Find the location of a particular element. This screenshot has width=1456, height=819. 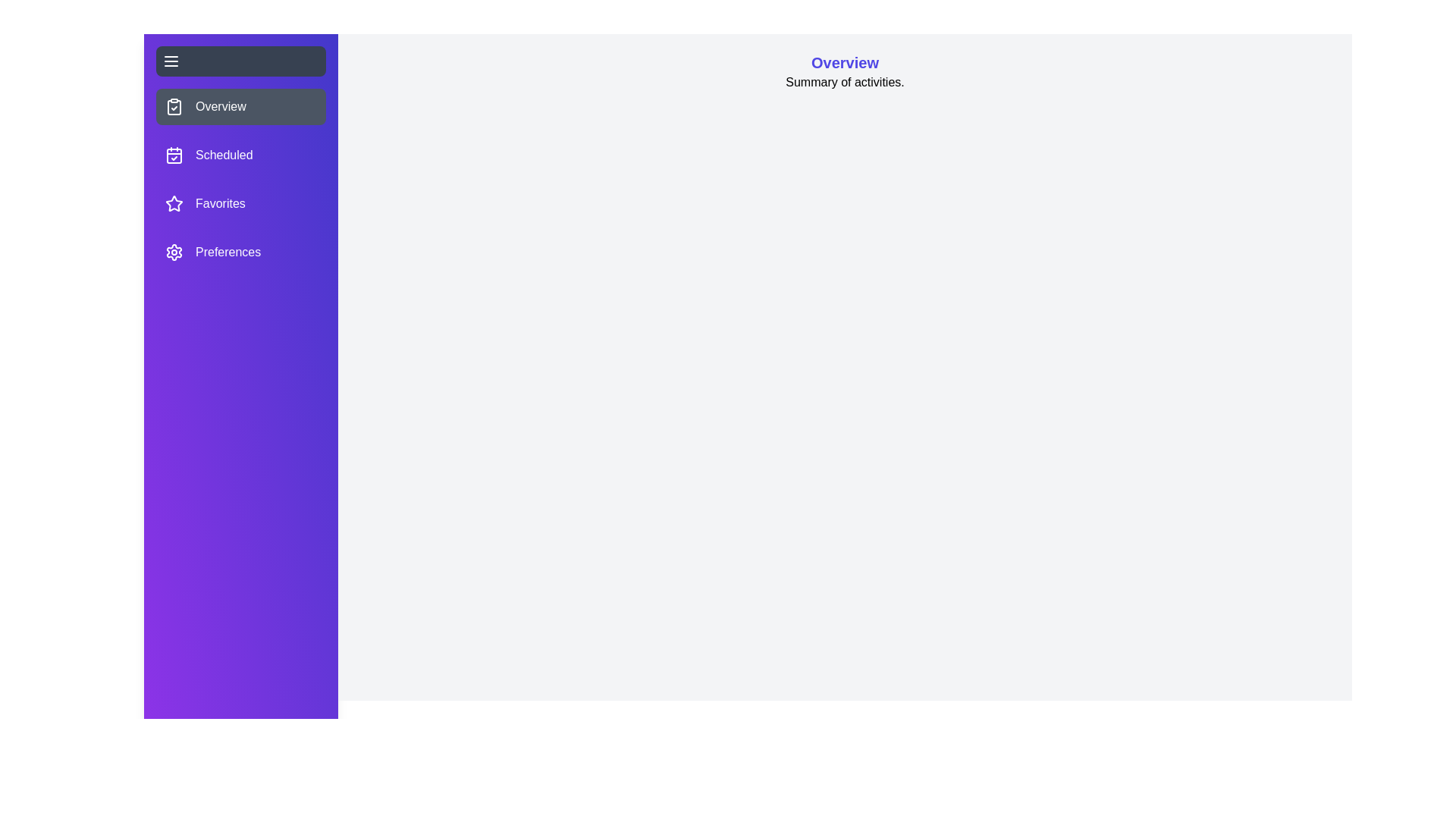

the section Scheduled from the drawer menu is located at coordinates (240, 155).